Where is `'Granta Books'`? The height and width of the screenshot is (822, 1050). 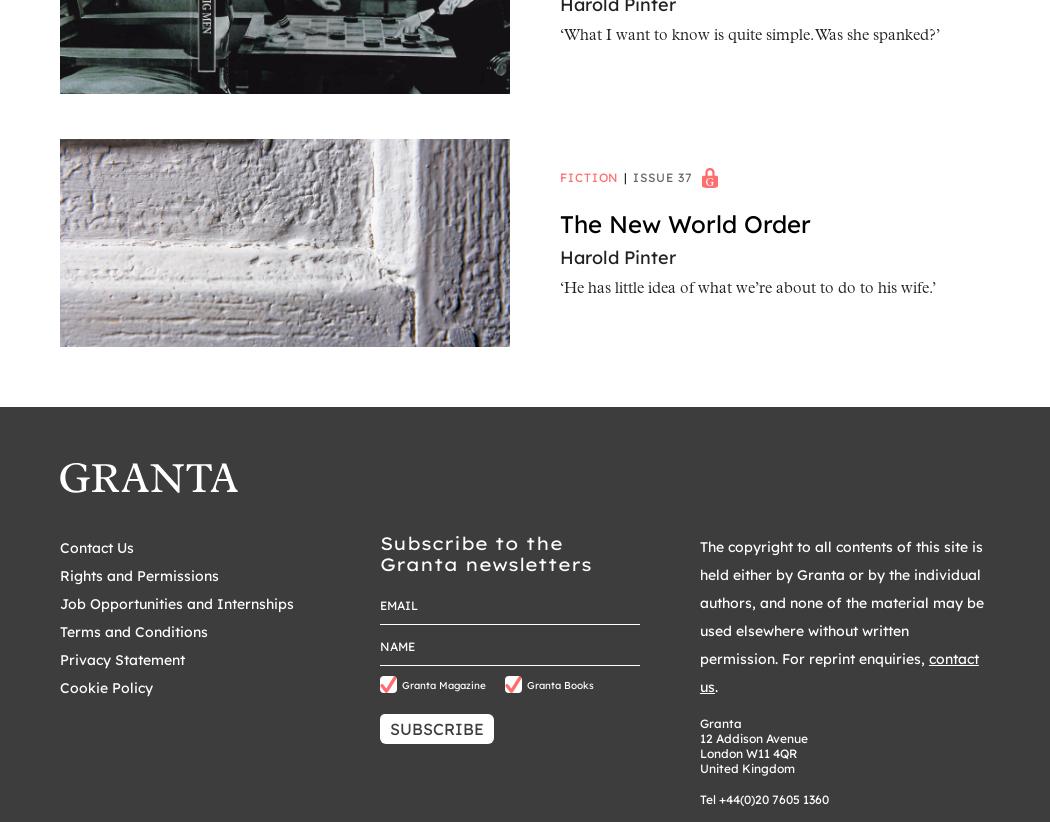 'Granta Books' is located at coordinates (526, 683).